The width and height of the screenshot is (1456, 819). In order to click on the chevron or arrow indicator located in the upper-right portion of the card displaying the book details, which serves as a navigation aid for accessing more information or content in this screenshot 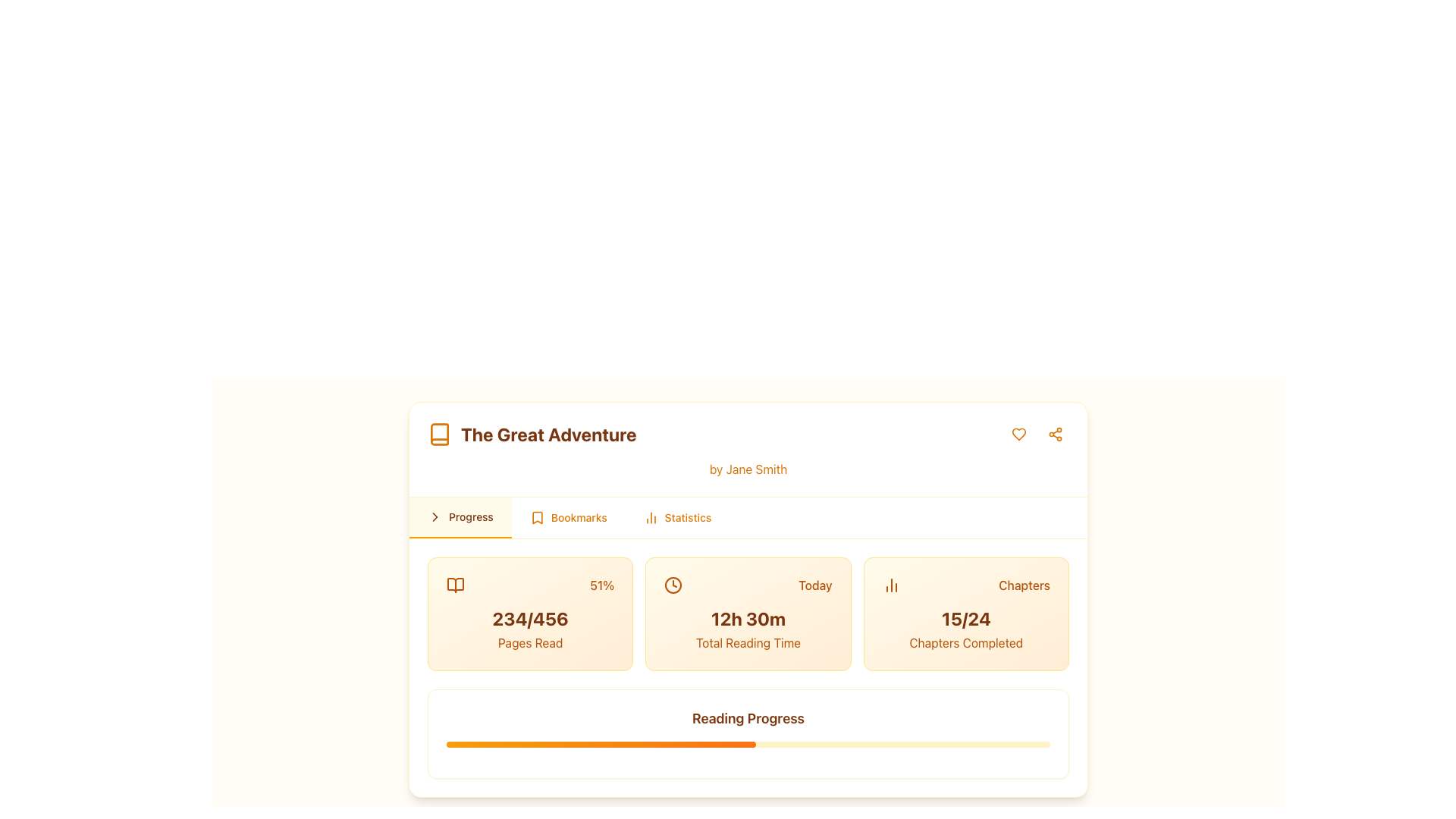, I will do `click(435, 516)`.